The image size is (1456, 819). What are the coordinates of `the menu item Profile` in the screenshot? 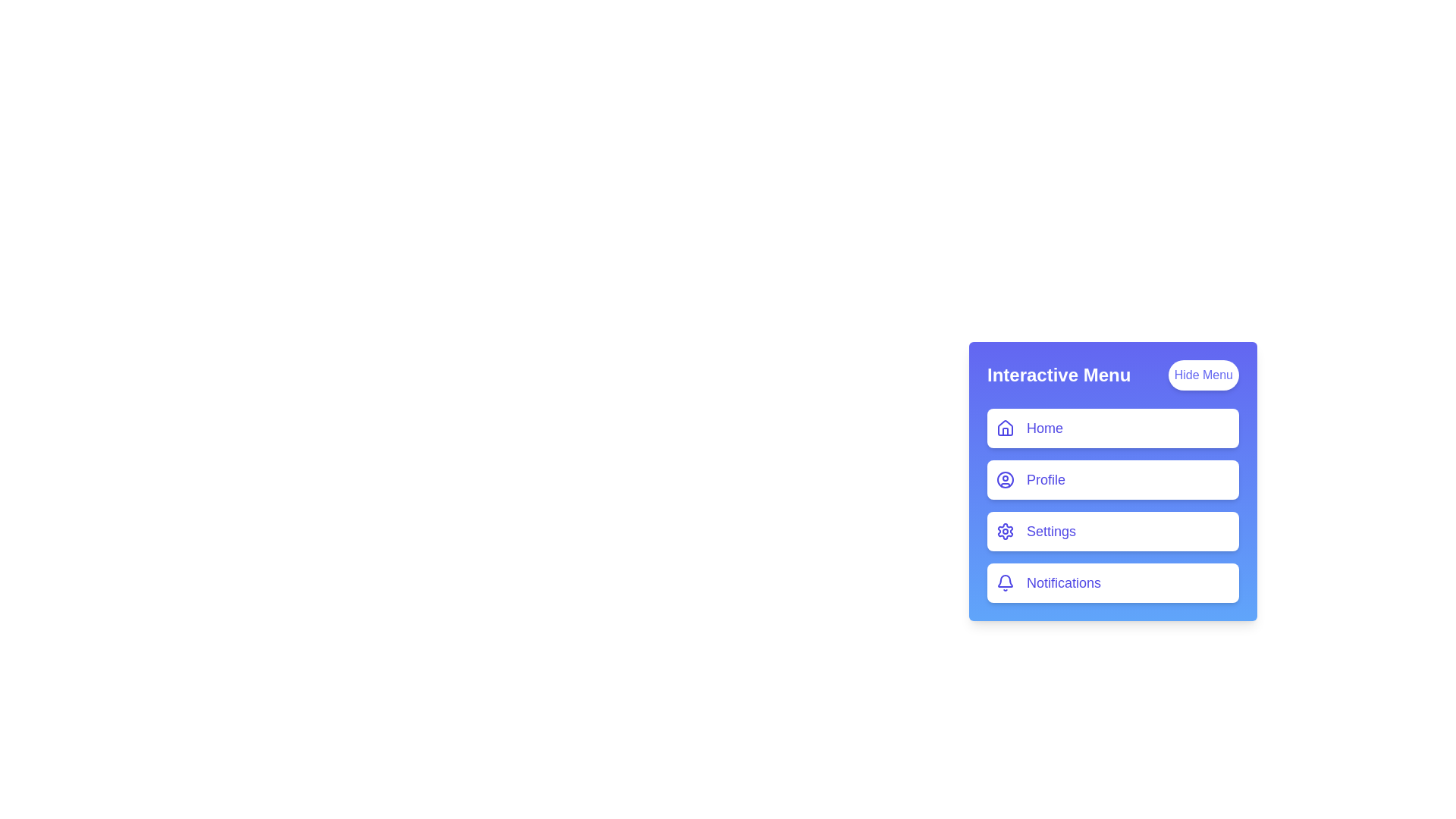 It's located at (1113, 479).